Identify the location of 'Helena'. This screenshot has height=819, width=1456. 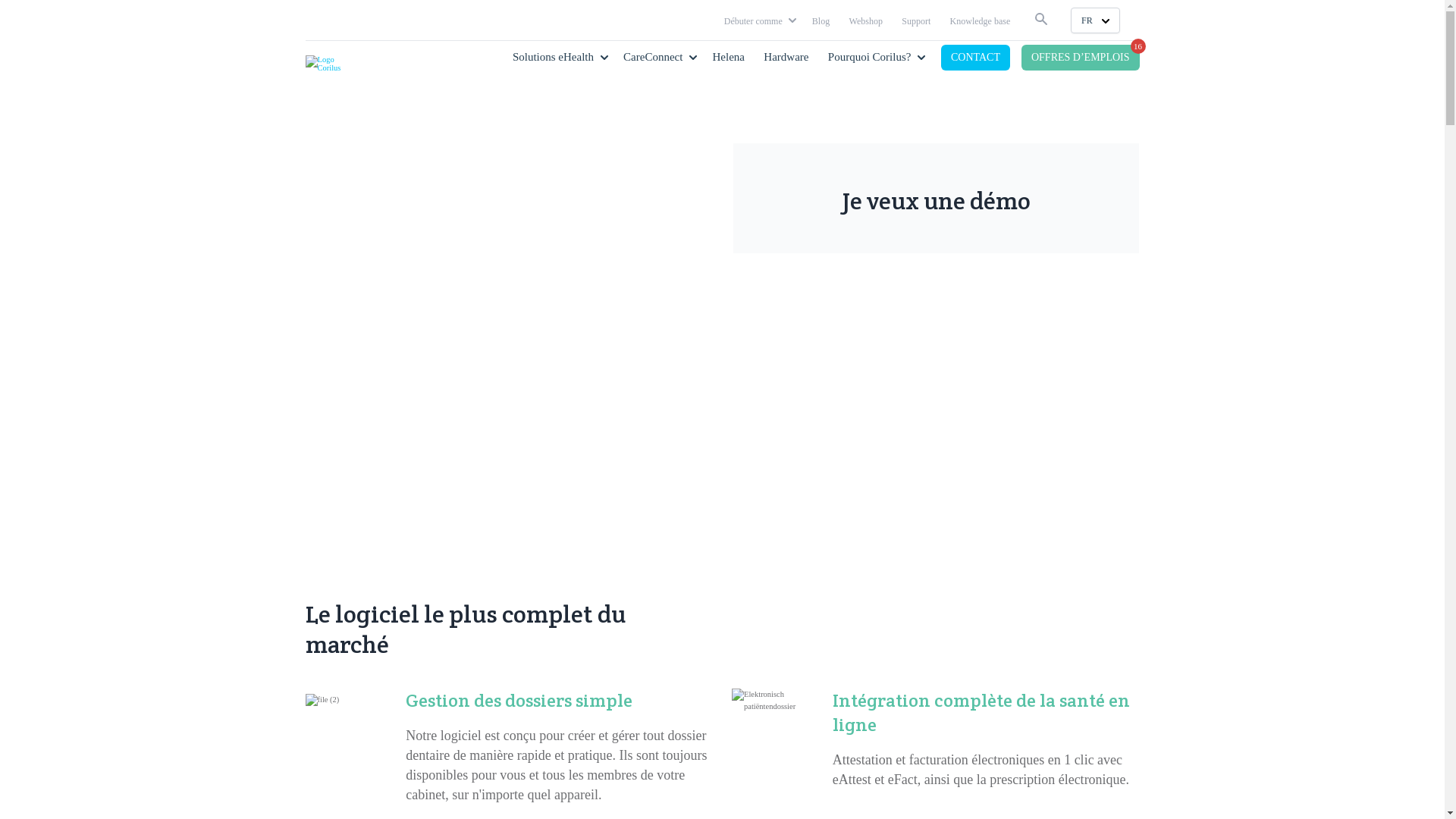
(728, 55).